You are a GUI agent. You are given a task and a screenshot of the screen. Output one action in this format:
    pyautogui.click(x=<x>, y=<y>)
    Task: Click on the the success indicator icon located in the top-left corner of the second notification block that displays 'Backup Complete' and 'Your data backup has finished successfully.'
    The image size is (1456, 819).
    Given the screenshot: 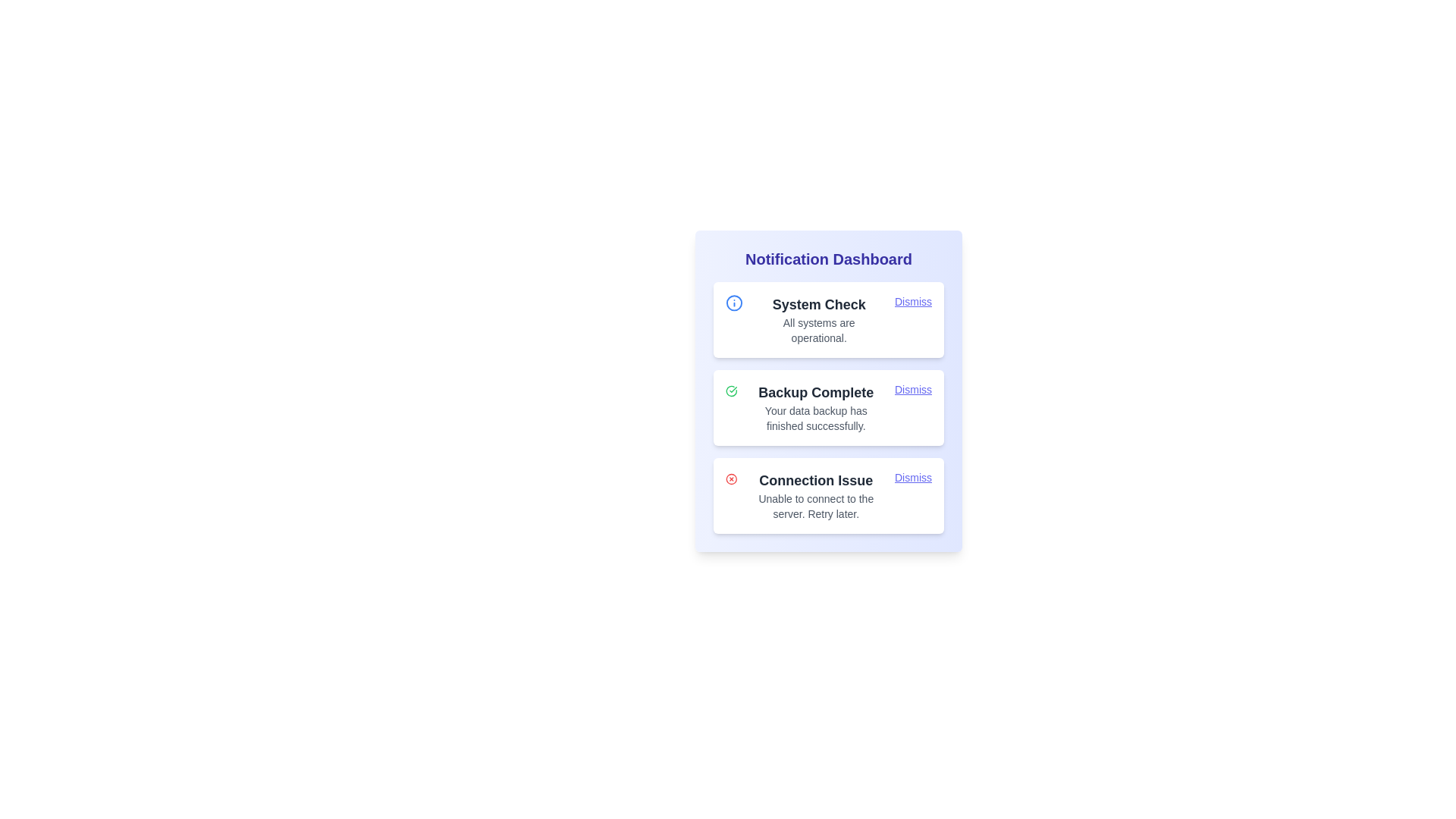 What is the action you would take?
    pyautogui.click(x=731, y=391)
    